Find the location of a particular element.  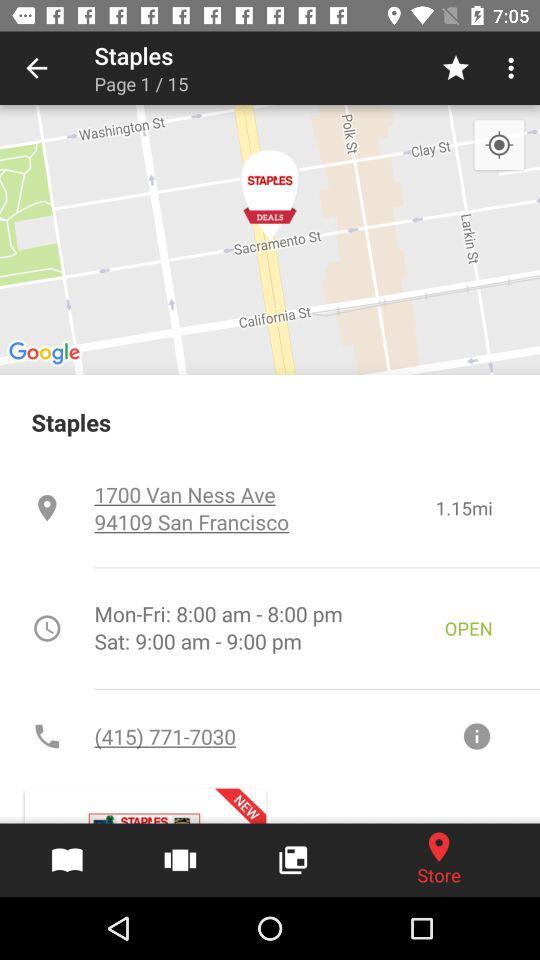

(415) 771-7030 icon is located at coordinates (276, 735).